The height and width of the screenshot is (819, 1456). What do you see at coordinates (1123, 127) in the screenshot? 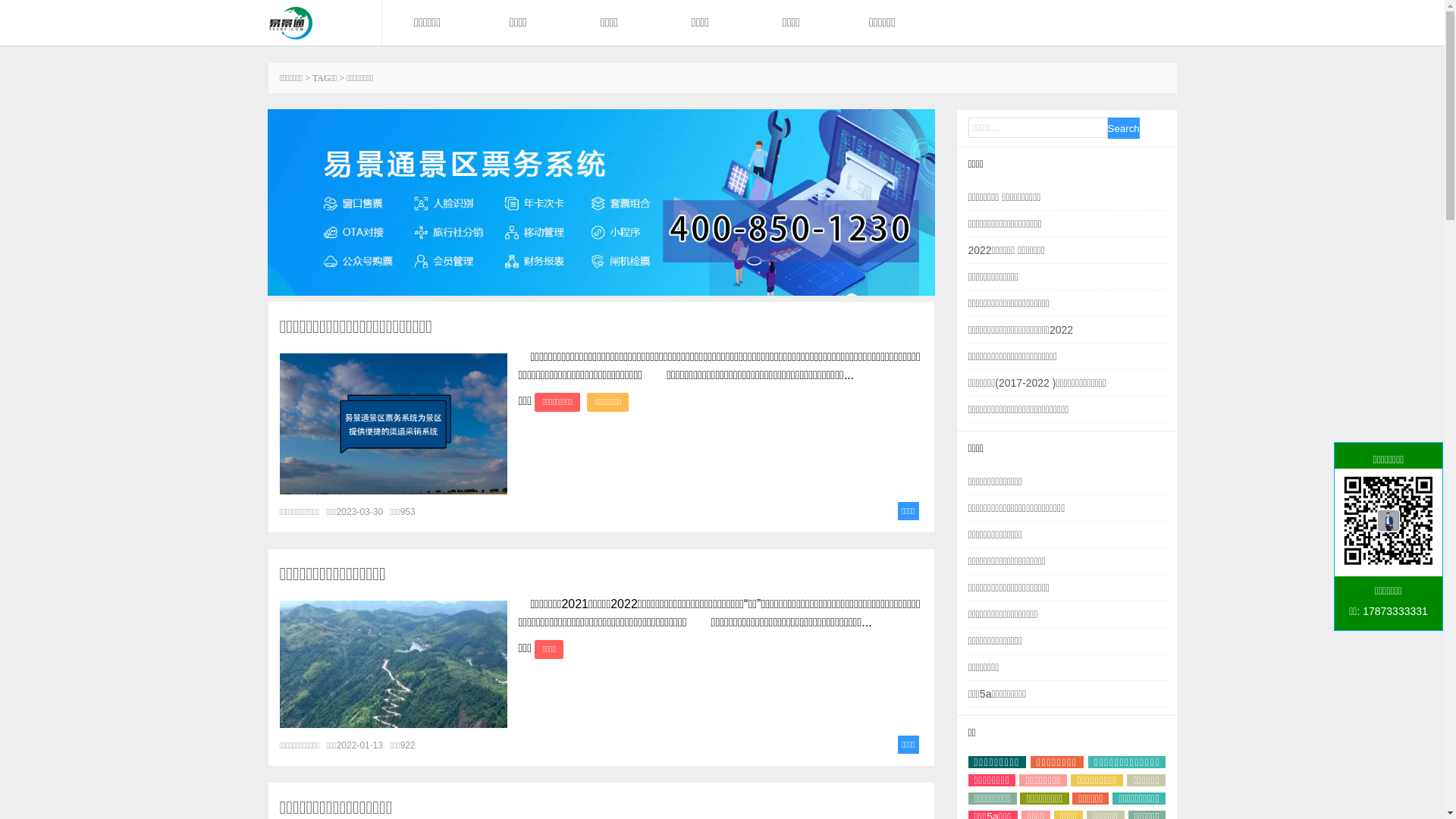
I see `'Search'` at bounding box center [1123, 127].